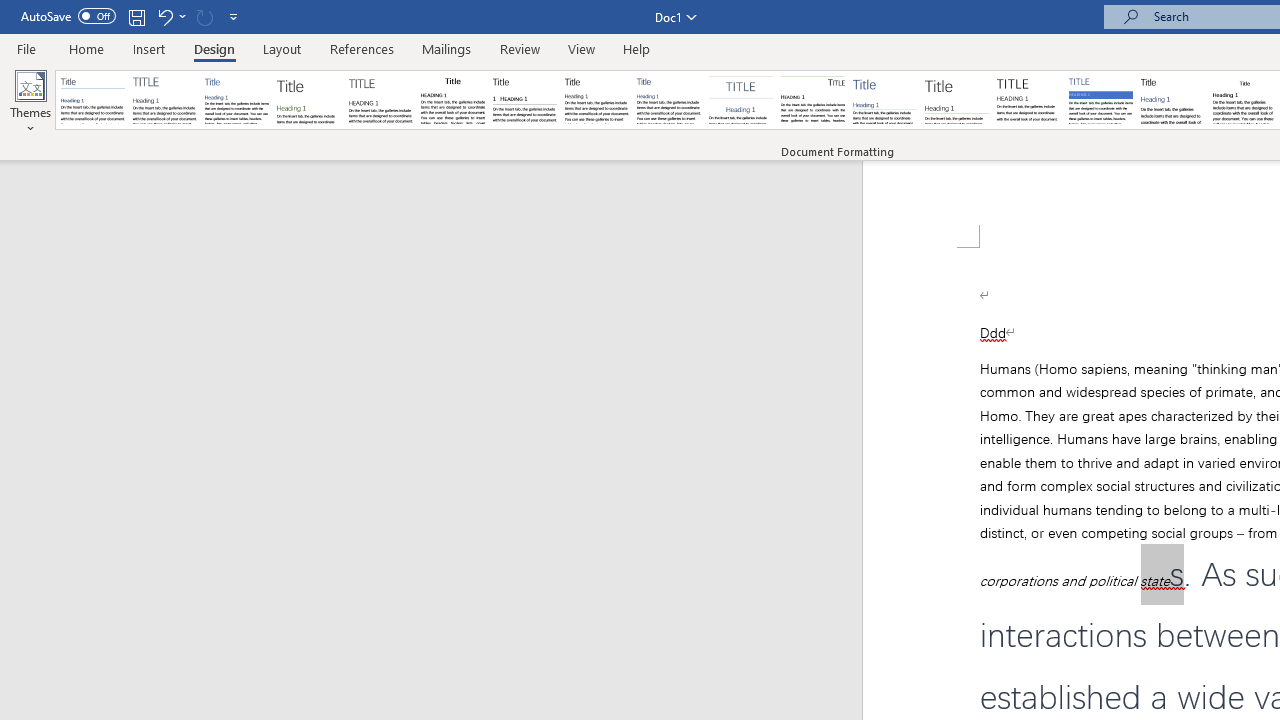 Image resolution: width=1280 pixels, height=720 pixels. Describe the element at coordinates (956, 100) in the screenshot. I see `'Lines (Stylish)'` at that location.